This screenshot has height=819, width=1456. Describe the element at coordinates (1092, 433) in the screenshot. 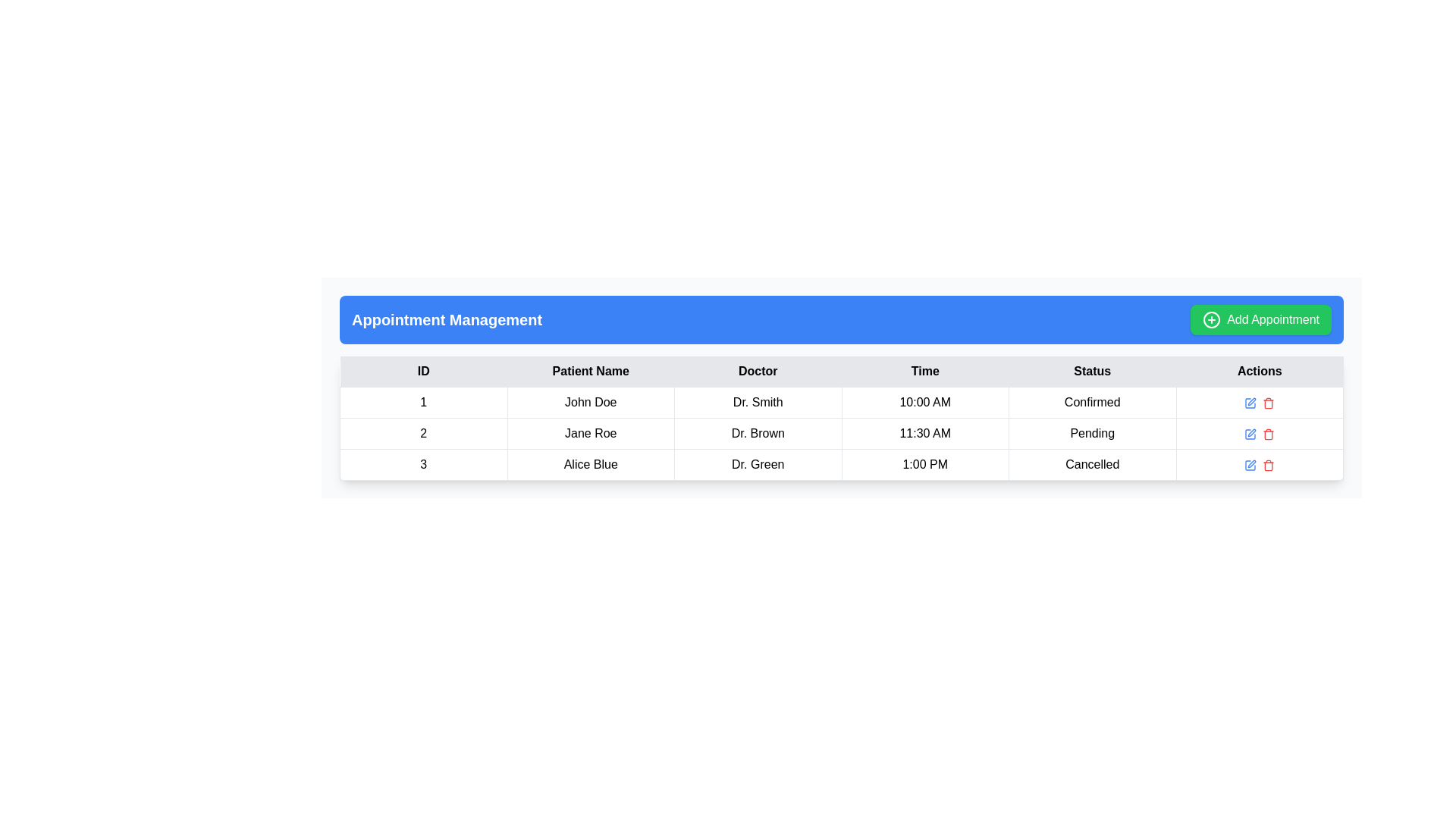

I see `the 'Pending' status indicator in the second row of the table for patient 'Jane Roe' and doctor 'Dr. Brown'` at that location.